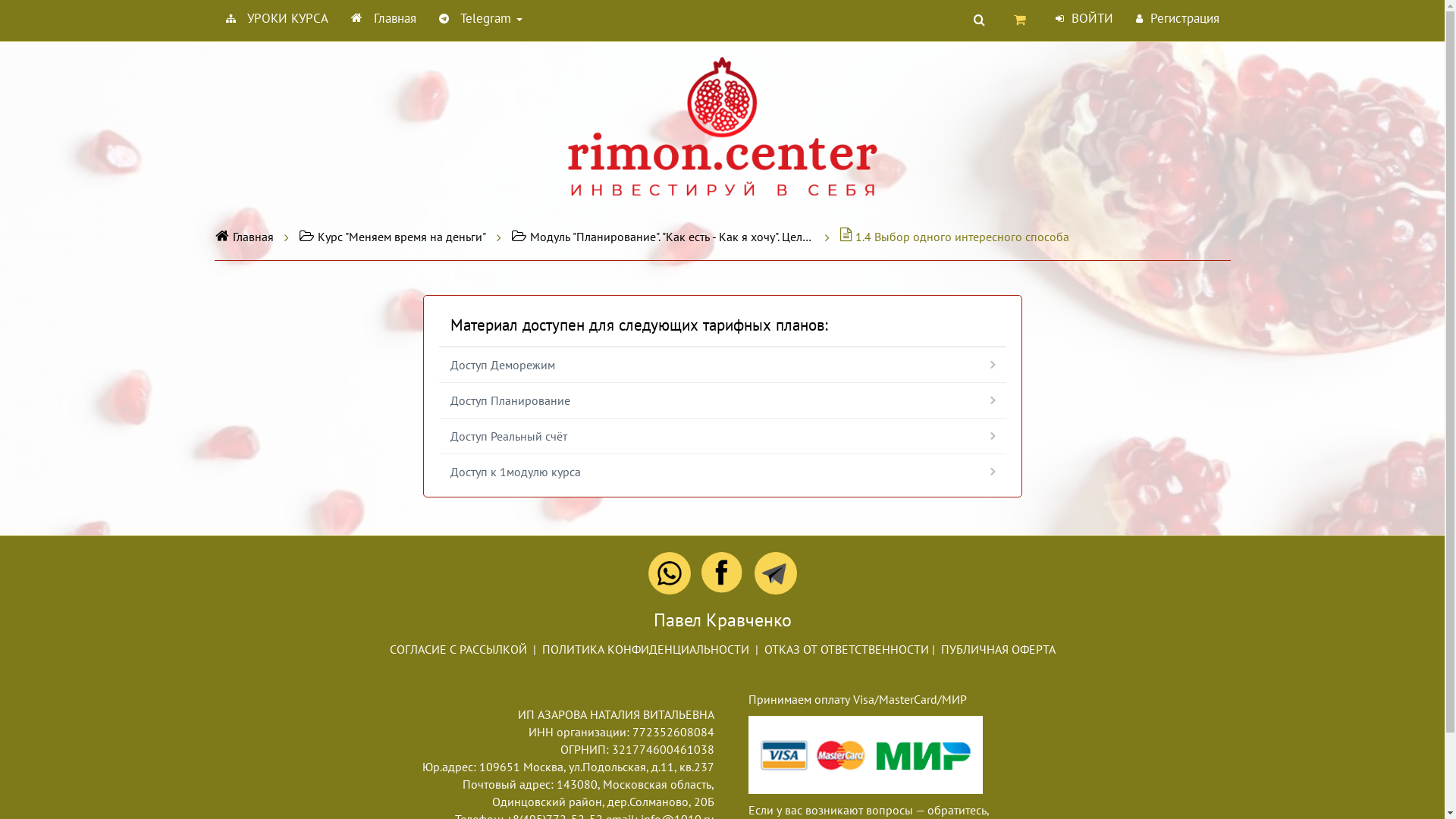 Image resolution: width=1456 pixels, height=819 pixels. What do you see at coordinates (479, 17) in the screenshot?
I see `'Telegram'` at bounding box center [479, 17].